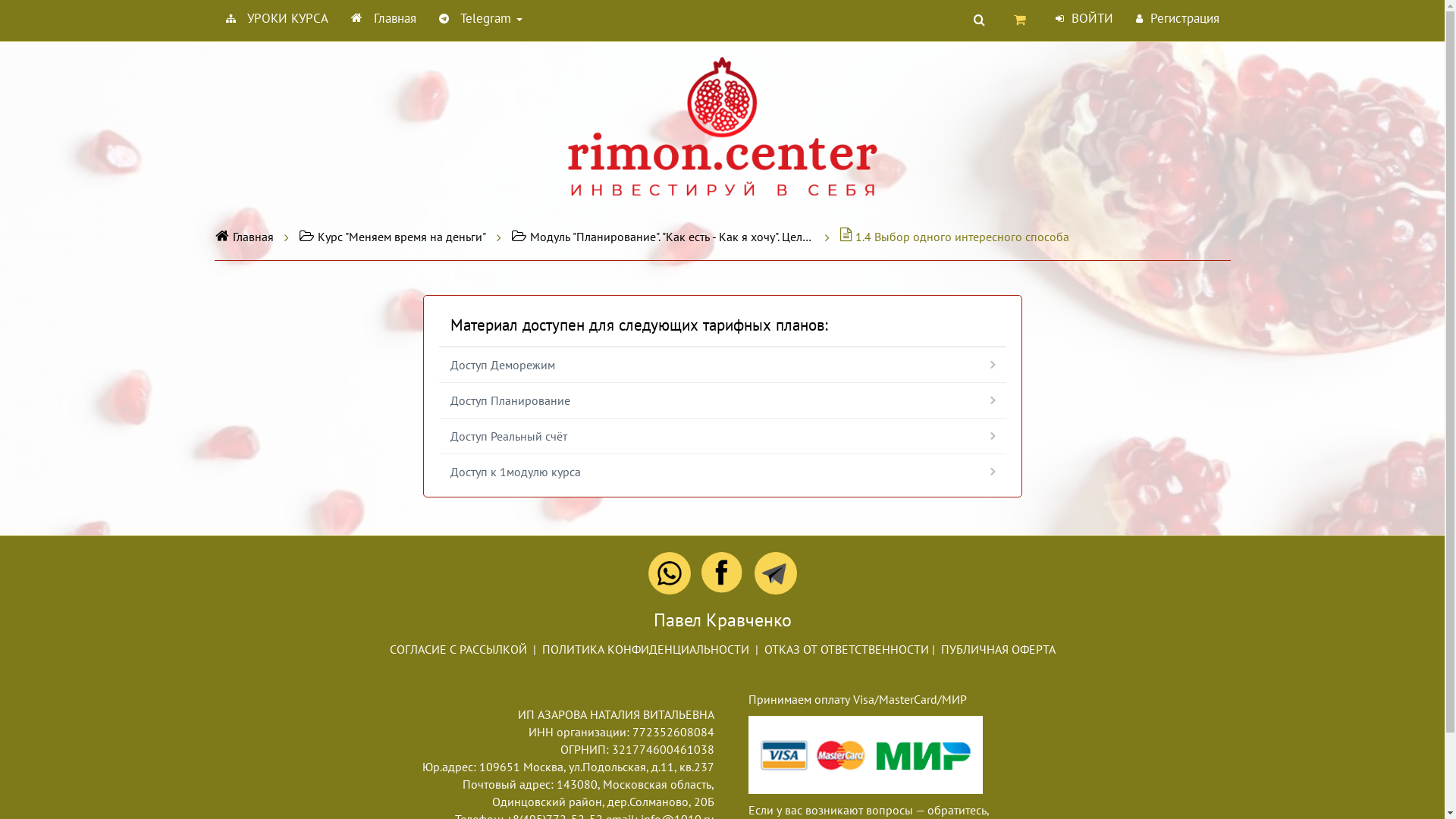 Image resolution: width=1456 pixels, height=819 pixels. What do you see at coordinates (479, 17) in the screenshot?
I see `'Telegram'` at bounding box center [479, 17].